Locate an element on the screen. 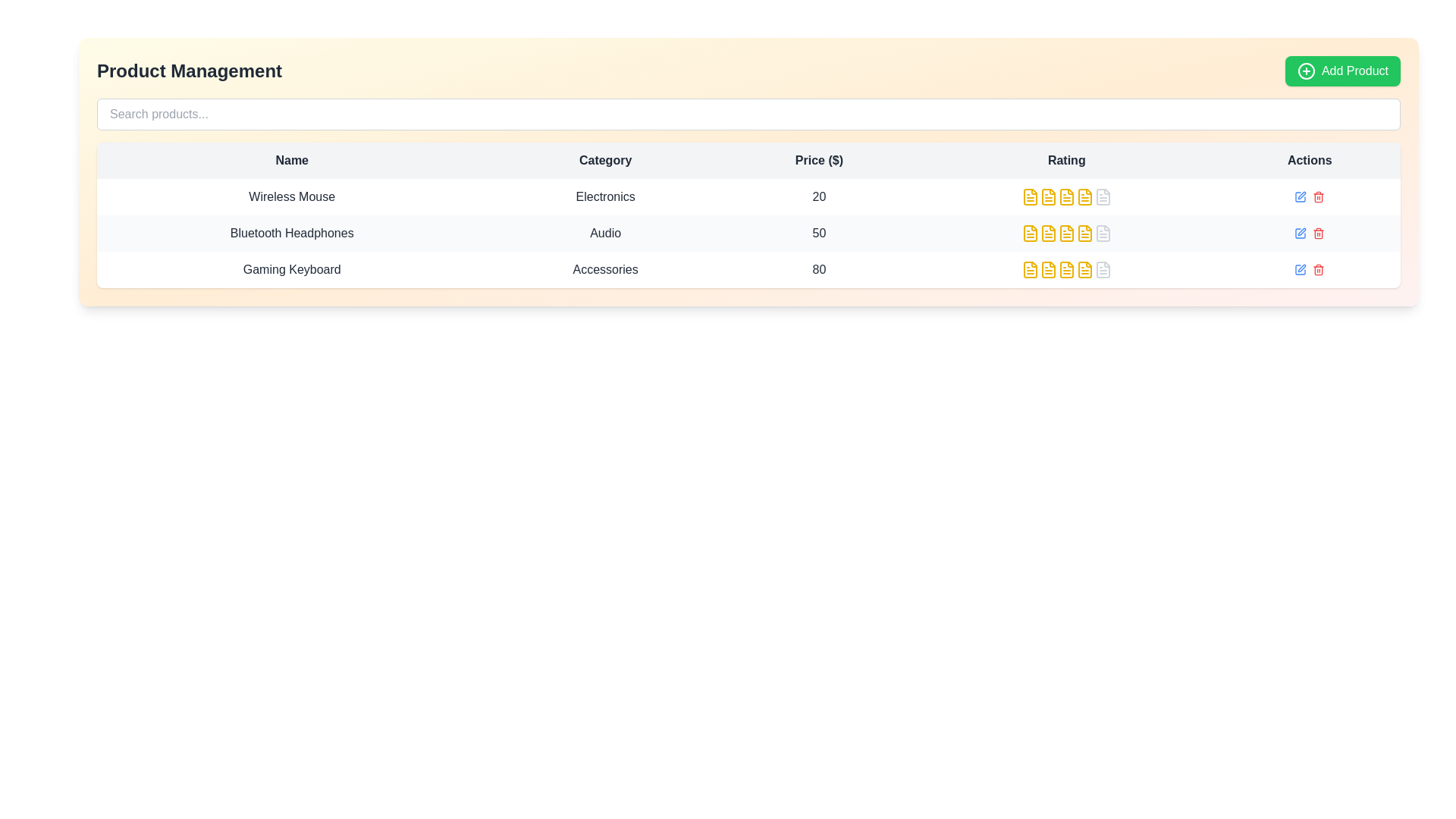  the Display icon, which resembles a gray document or file, located in the rating column of the middle row beneath the 'Bluetooth Headphones' entry is located at coordinates (1103, 234).